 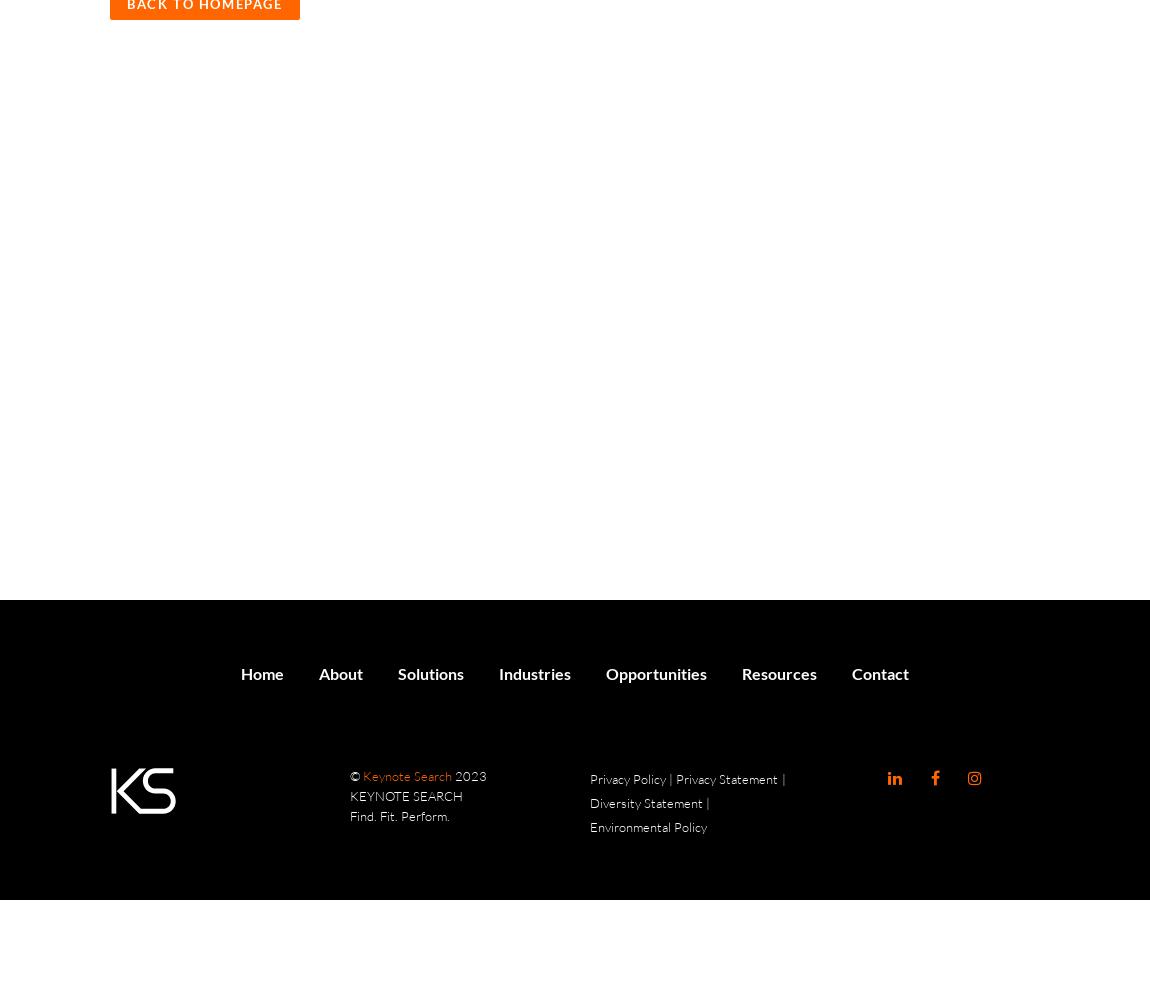 I want to click on 'Resources', so click(x=778, y=673).